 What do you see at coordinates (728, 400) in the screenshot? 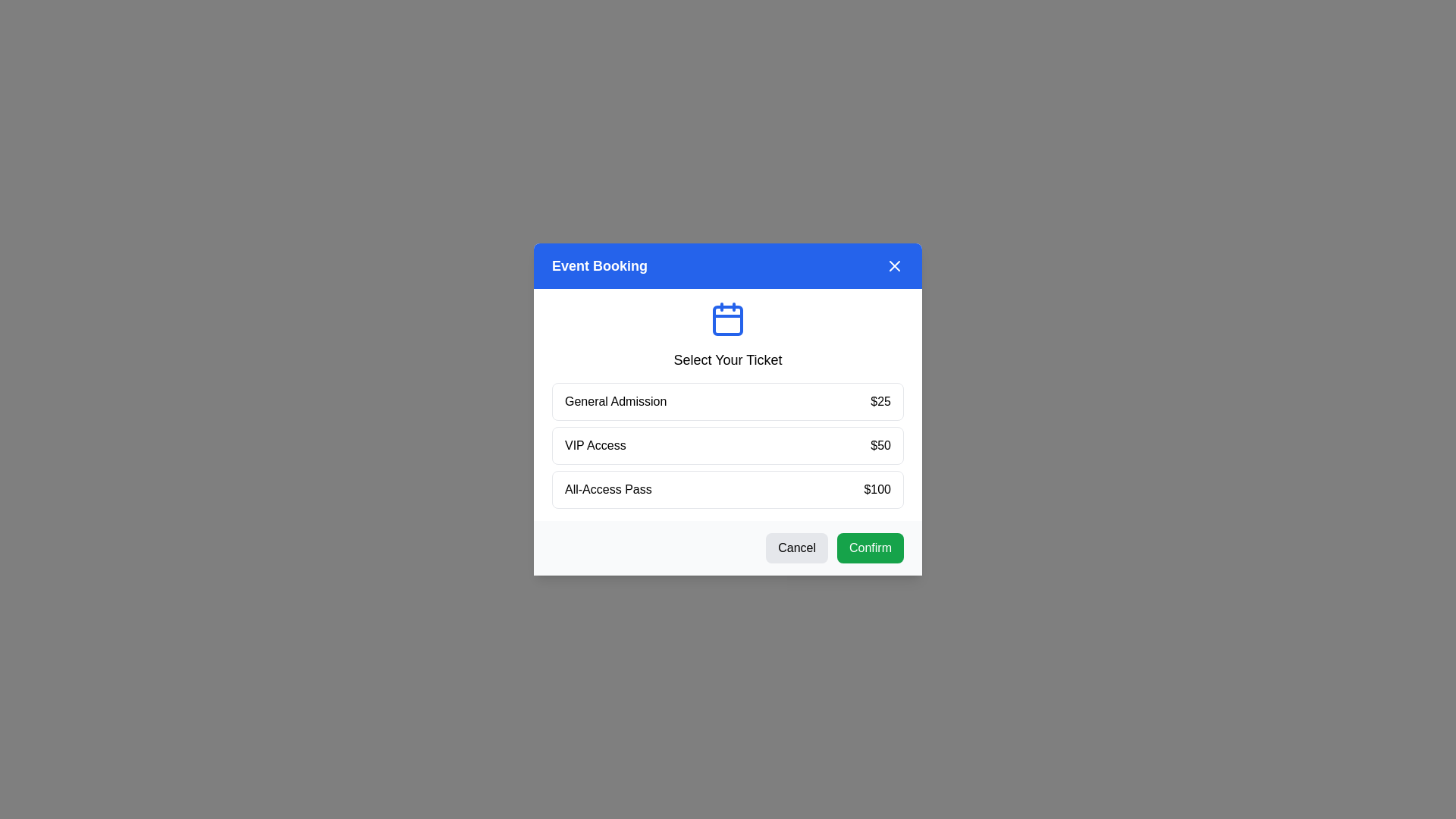
I see `the first selectable option labeled 'General Admission'` at bounding box center [728, 400].